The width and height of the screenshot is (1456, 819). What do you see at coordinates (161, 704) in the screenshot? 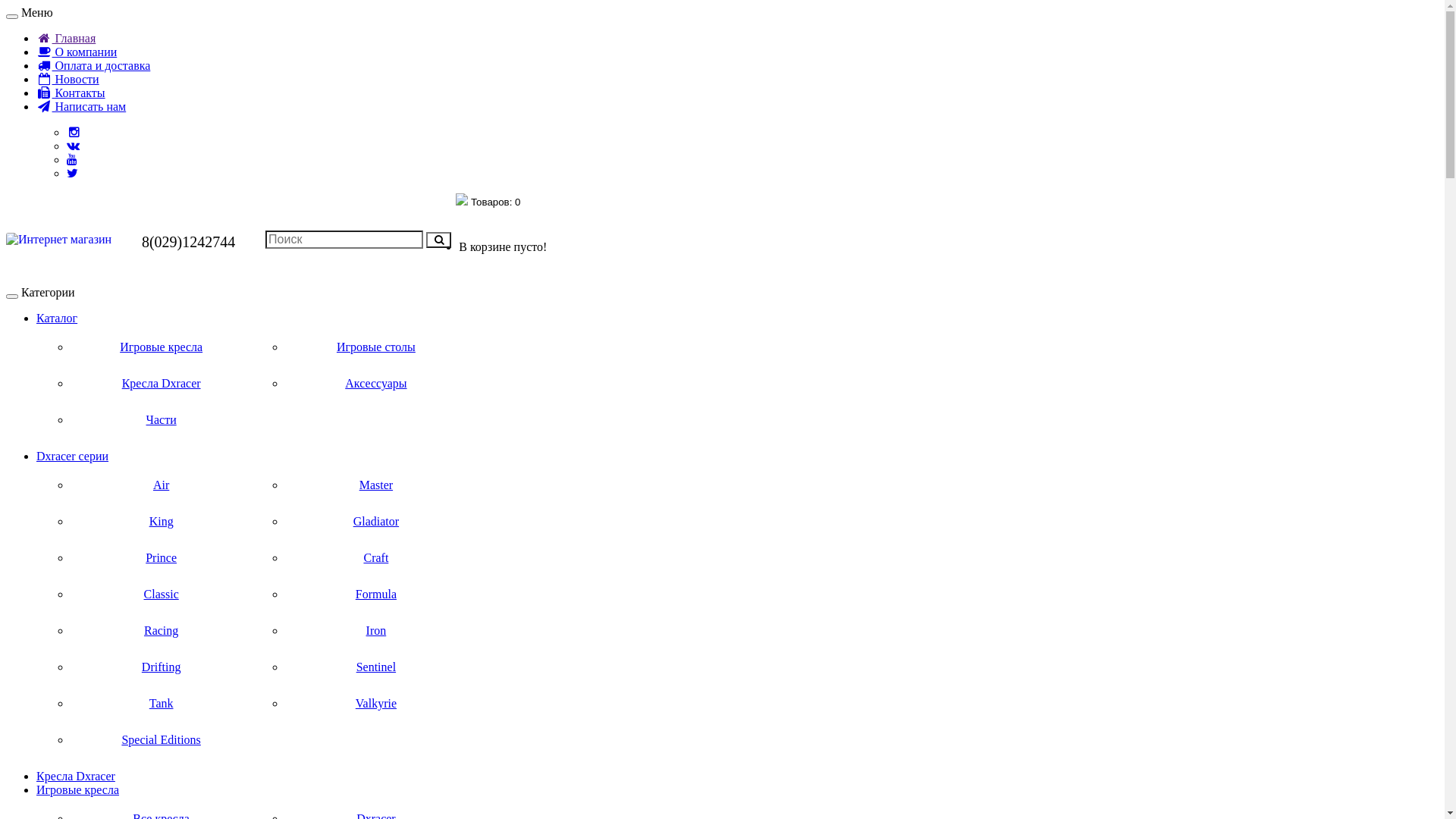
I see `'Tank'` at bounding box center [161, 704].